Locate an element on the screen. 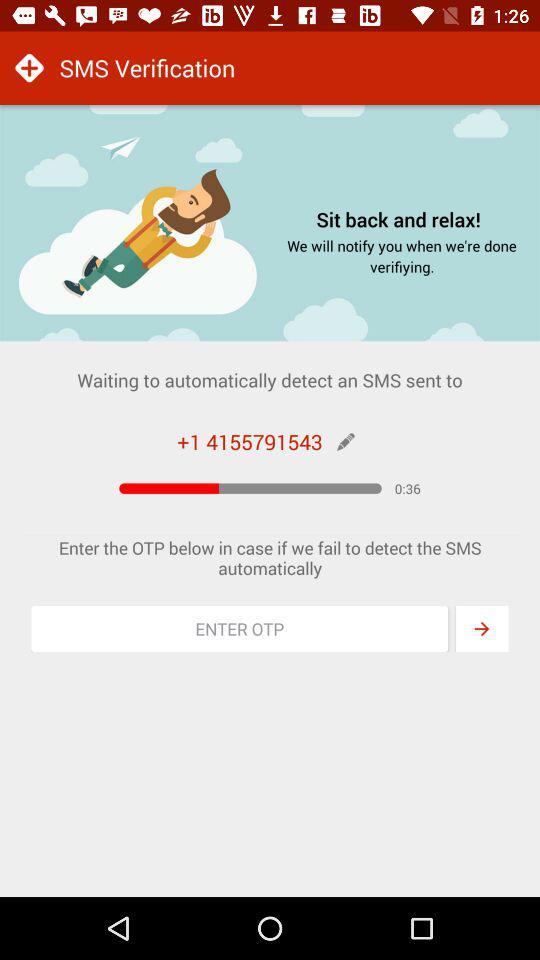 This screenshot has height=960, width=540. continue to next page is located at coordinates (481, 628).